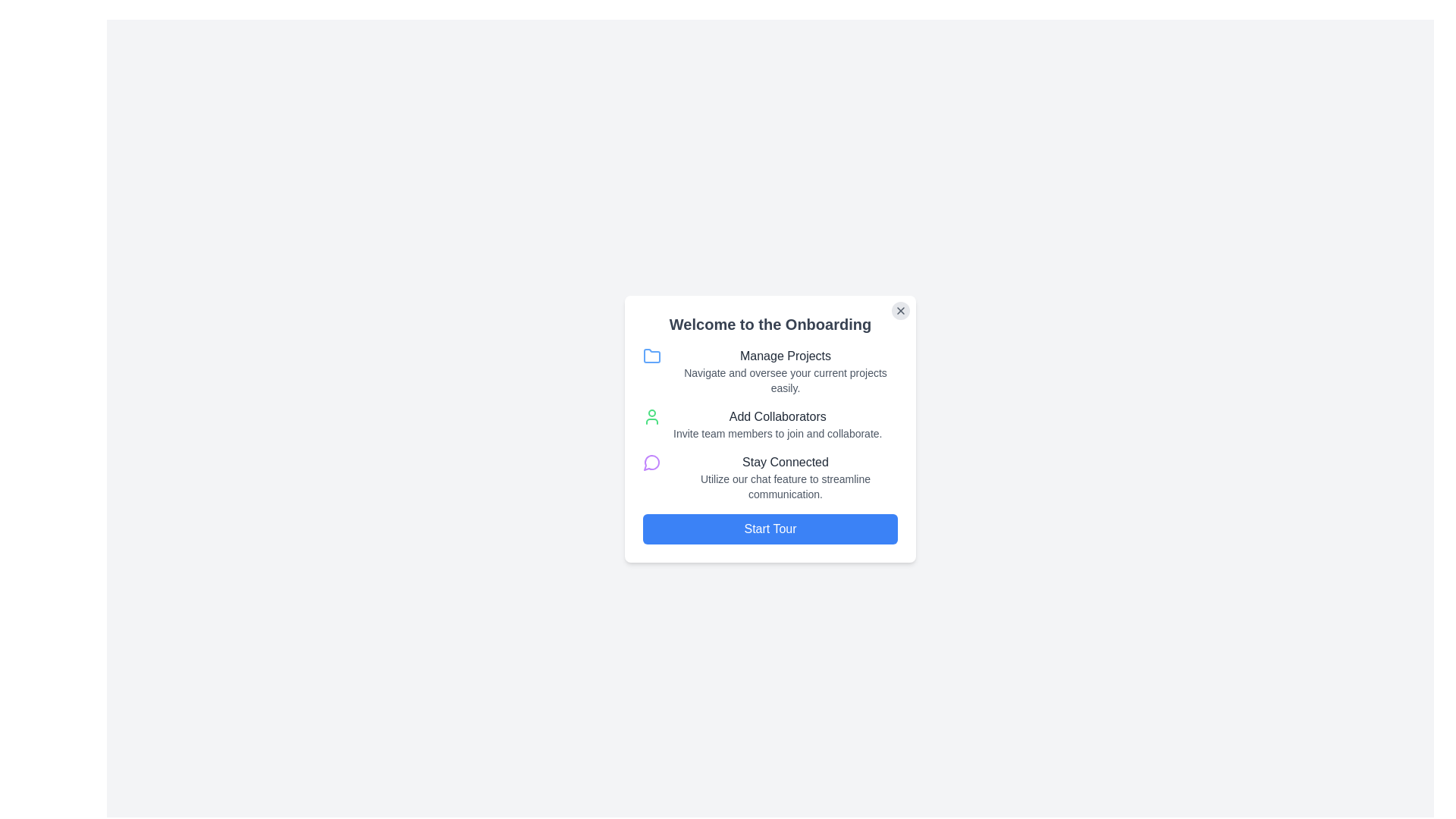 This screenshot has height=819, width=1456. What do you see at coordinates (777, 433) in the screenshot?
I see `the static text element that provides additional information about the 'Add Collaborators' feature, located beneath the title in the welcome pop-up panel` at bounding box center [777, 433].